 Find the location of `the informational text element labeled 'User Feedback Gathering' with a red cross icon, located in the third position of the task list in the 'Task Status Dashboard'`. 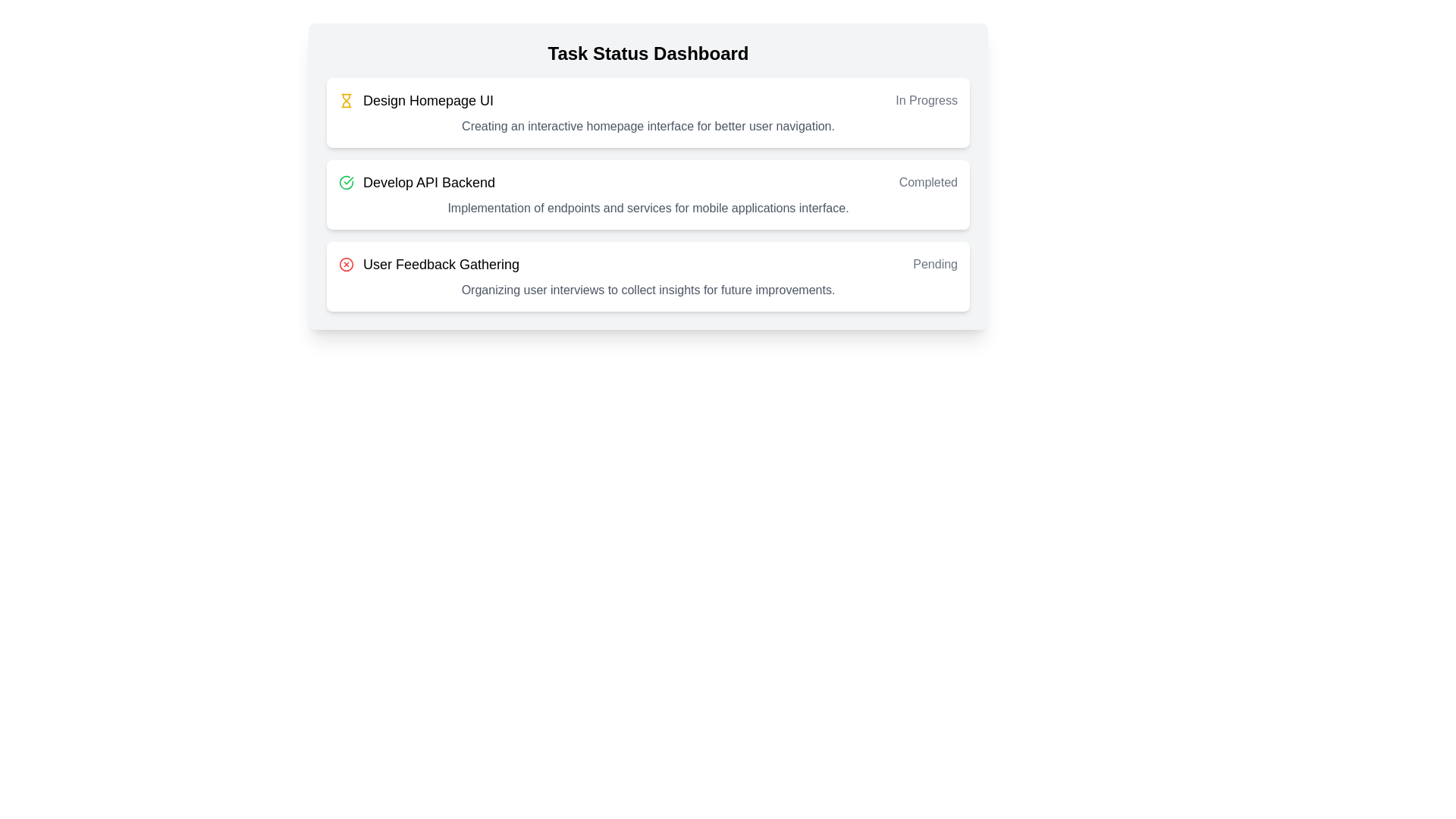

the informational text element labeled 'User Feedback Gathering' with a red cross icon, located in the third position of the task list in the 'Task Status Dashboard' is located at coordinates (428, 263).